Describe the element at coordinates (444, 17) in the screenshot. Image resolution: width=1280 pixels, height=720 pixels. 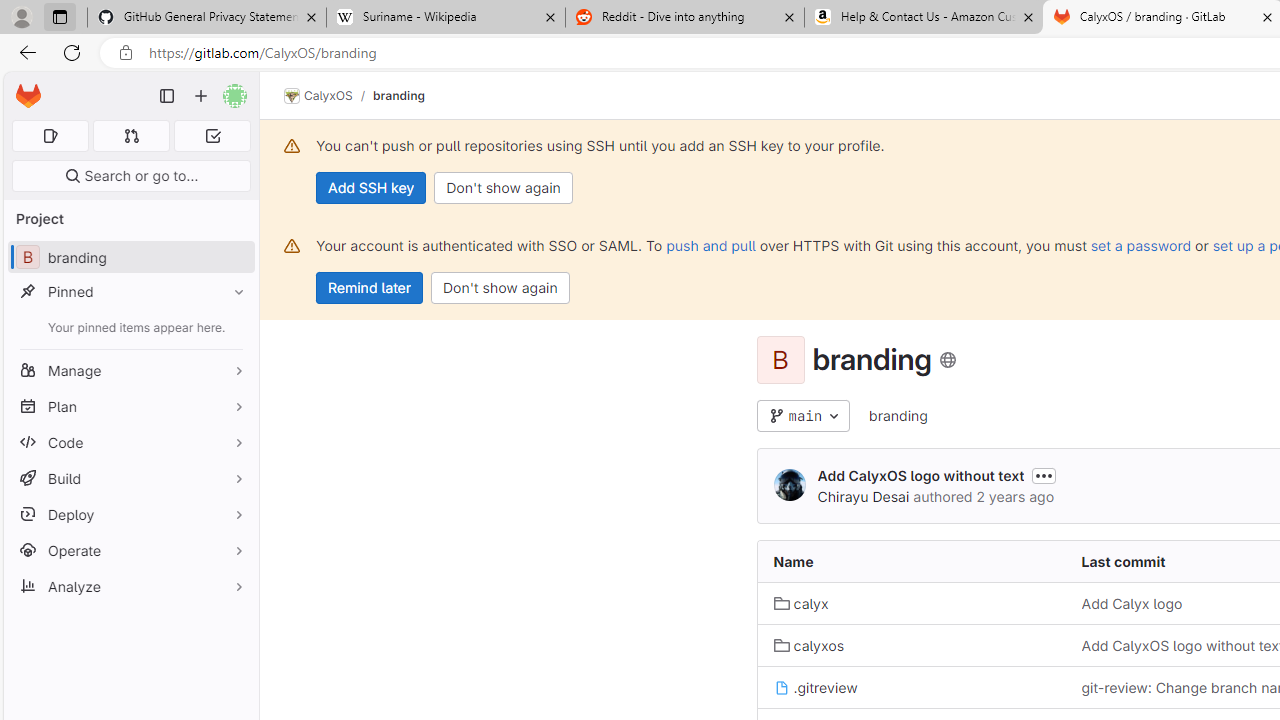
I see `'Suriname - Wikipedia'` at that location.